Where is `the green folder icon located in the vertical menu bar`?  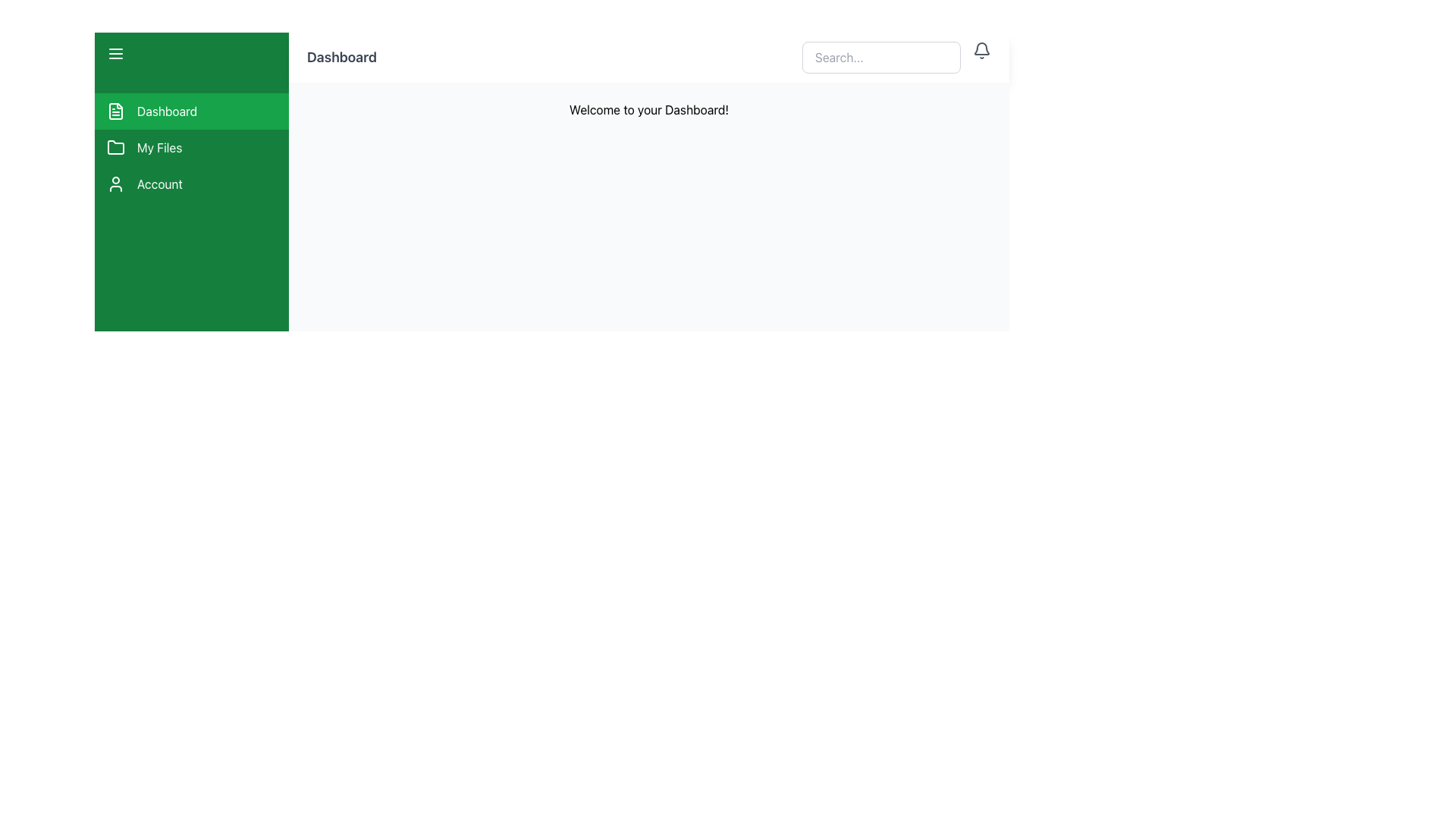 the green folder icon located in the vertical menu bar is located at coordinates (115, 147).